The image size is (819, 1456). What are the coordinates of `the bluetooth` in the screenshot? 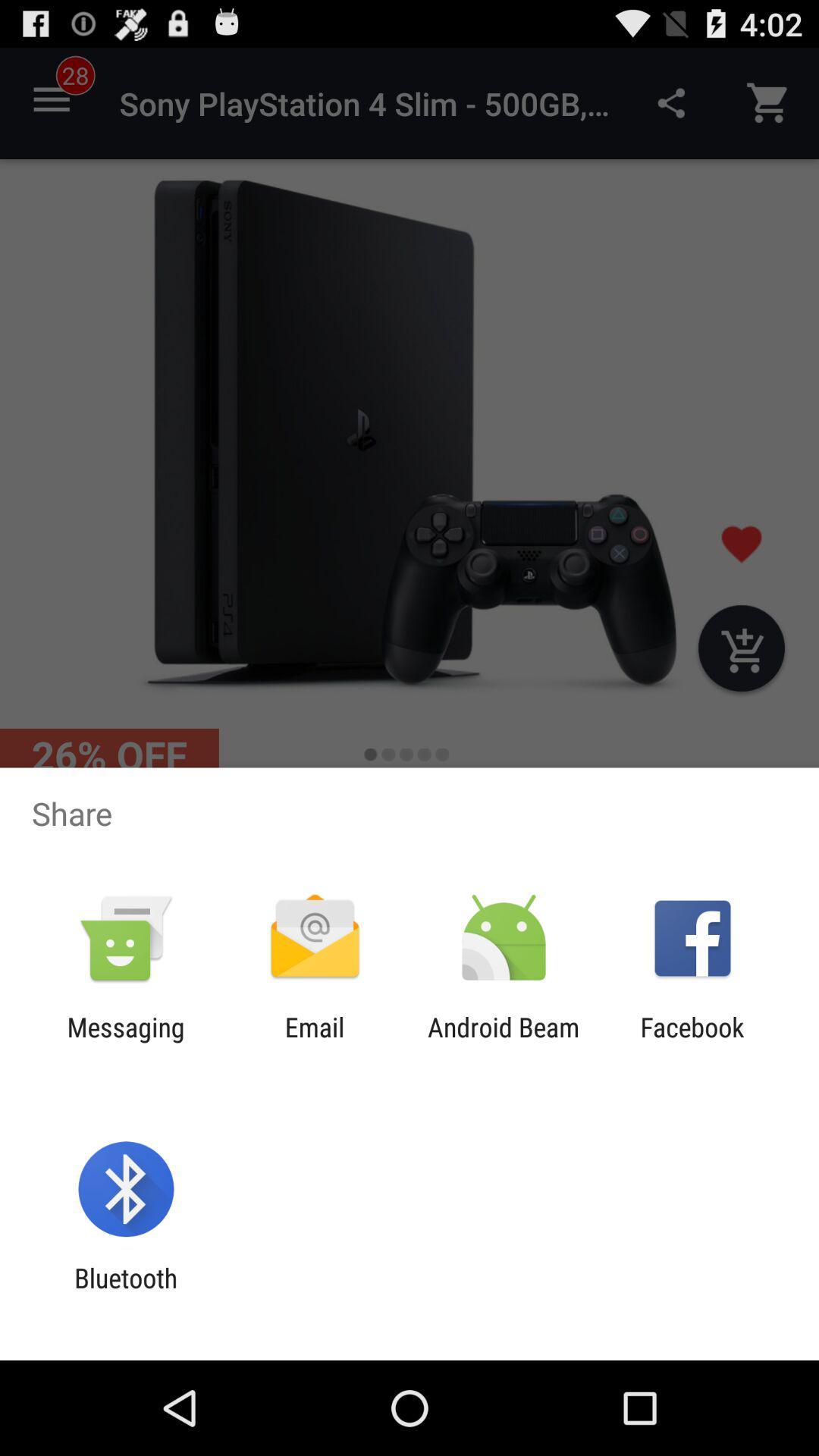 It's located at (125, 1293).